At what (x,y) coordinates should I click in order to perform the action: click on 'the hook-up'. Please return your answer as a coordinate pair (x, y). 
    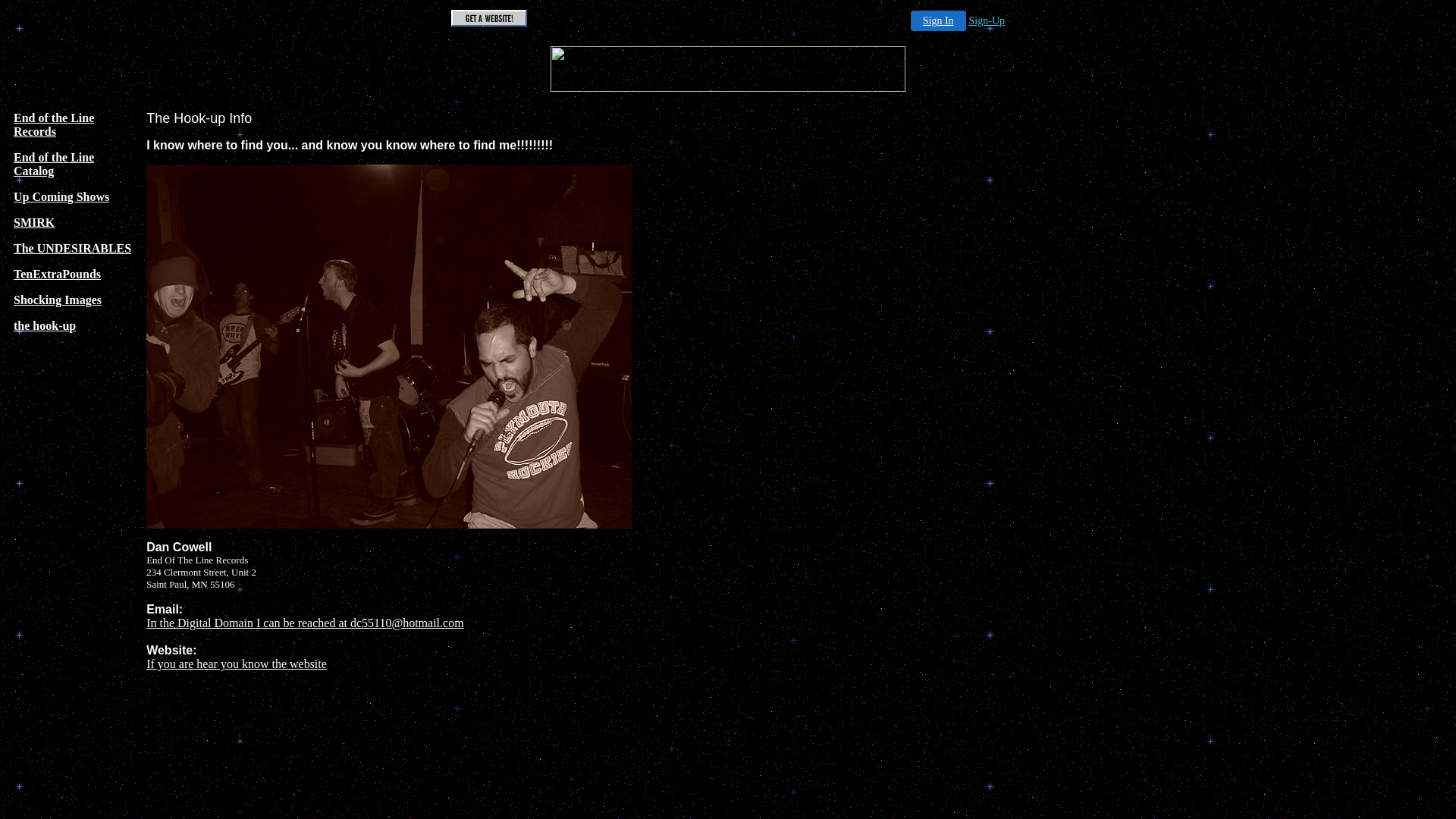
    Looking at the image, I should click on (14, 325).